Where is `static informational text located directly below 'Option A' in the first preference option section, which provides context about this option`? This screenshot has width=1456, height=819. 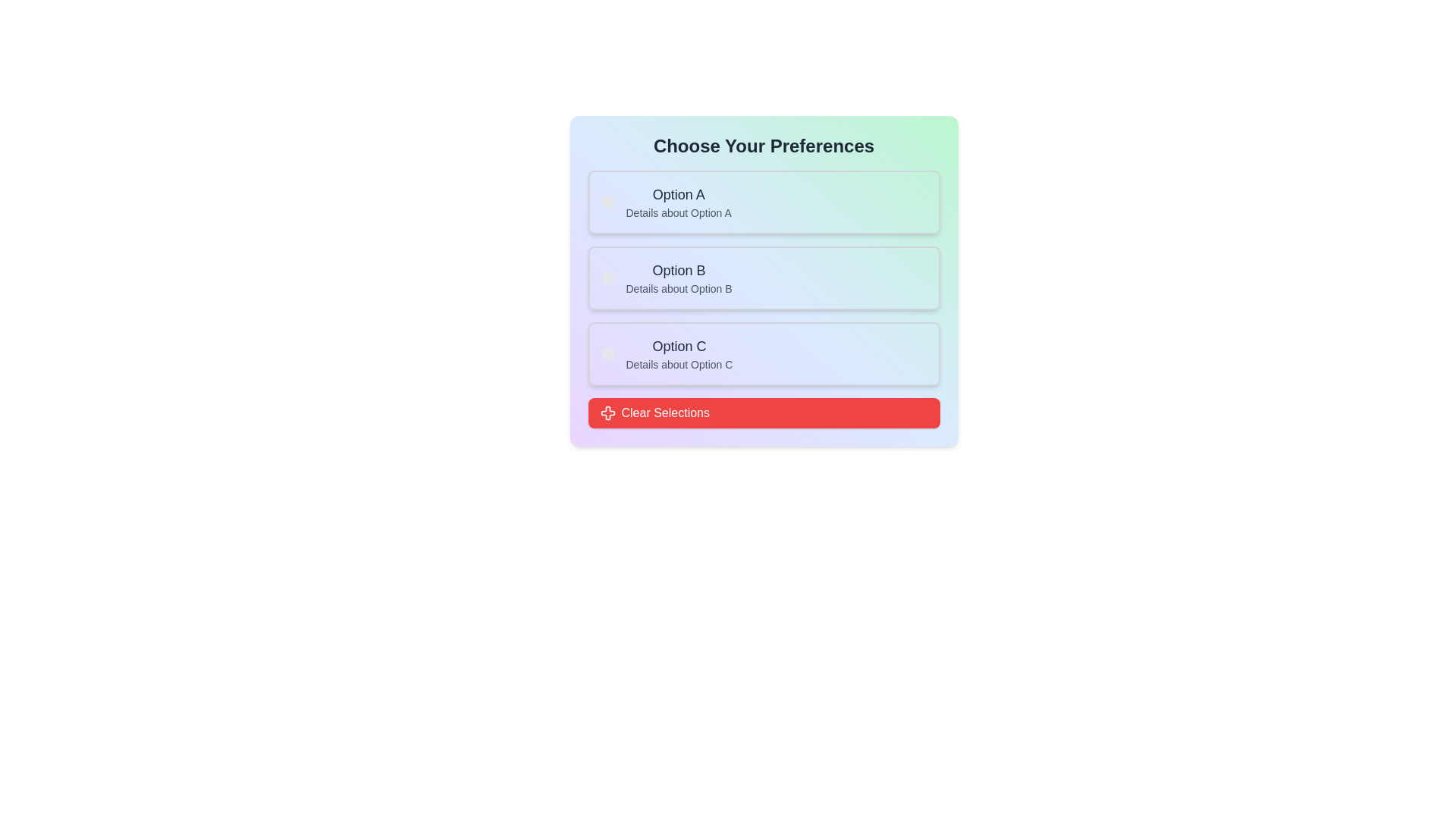
static informational text located directly below 'Option A' in the first preference option section, which provides context about this option is located at coordinates (678, 213).